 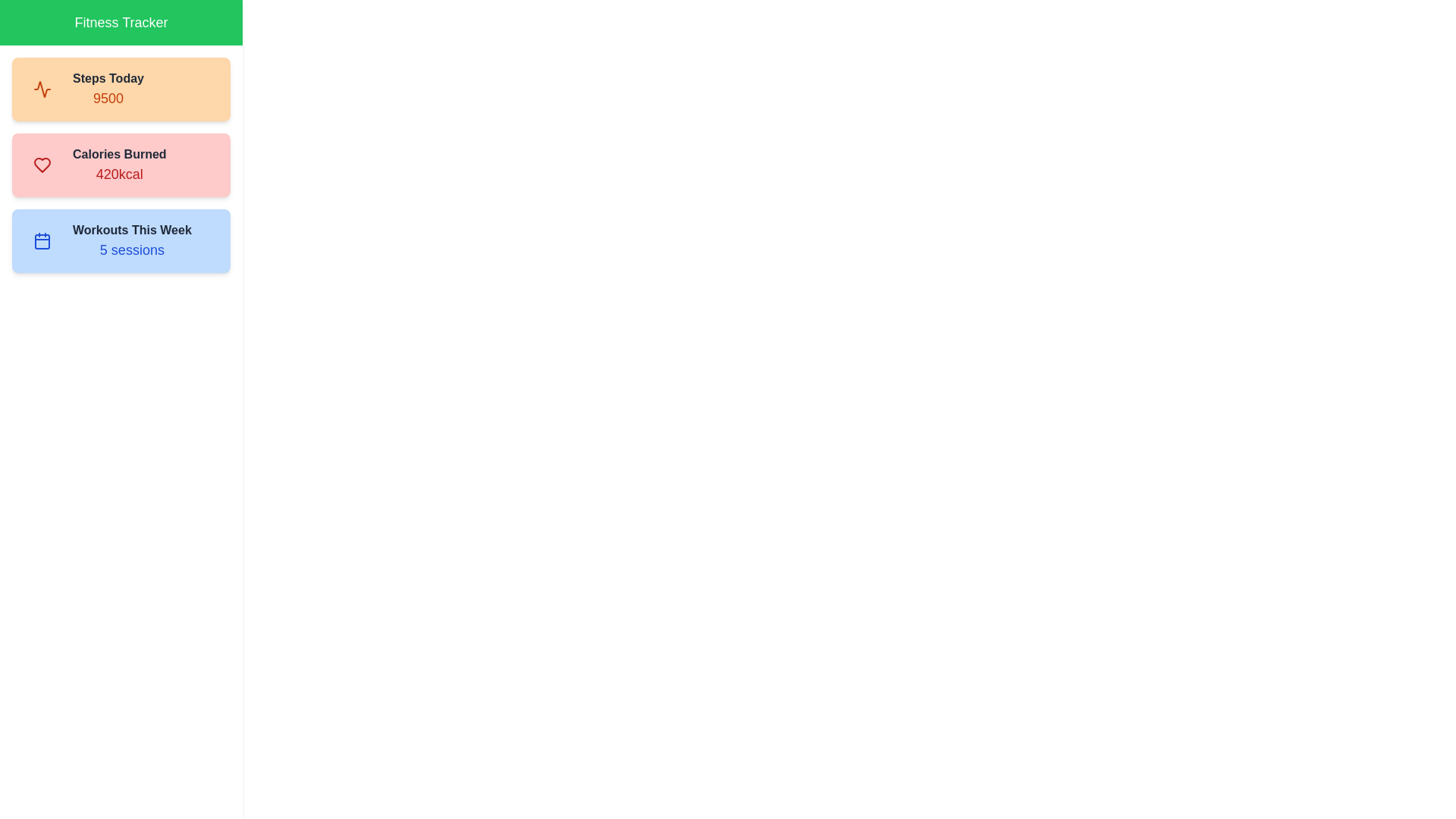 I want to click on the header text 'Fitness Tracker', so click(x=120, y=23).